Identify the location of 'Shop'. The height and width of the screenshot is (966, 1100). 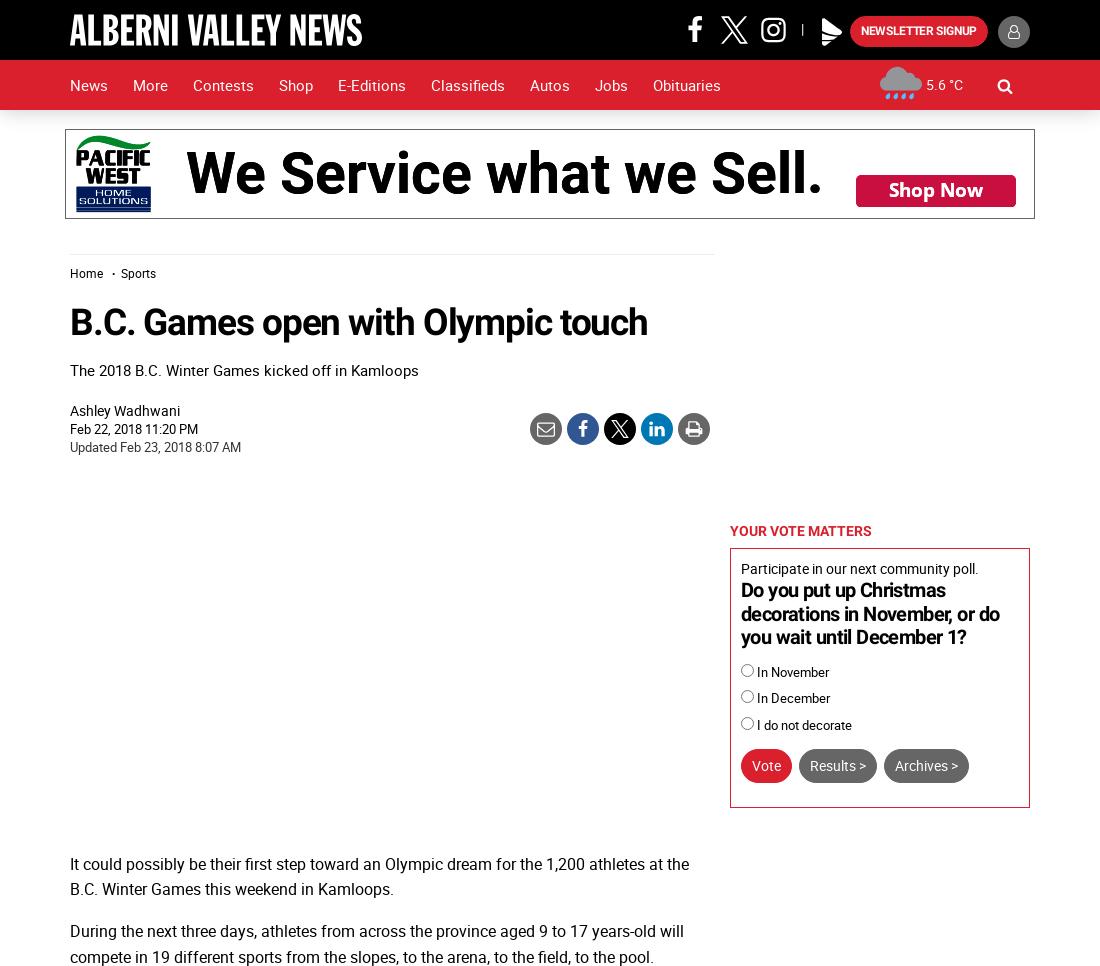
(295, 84).